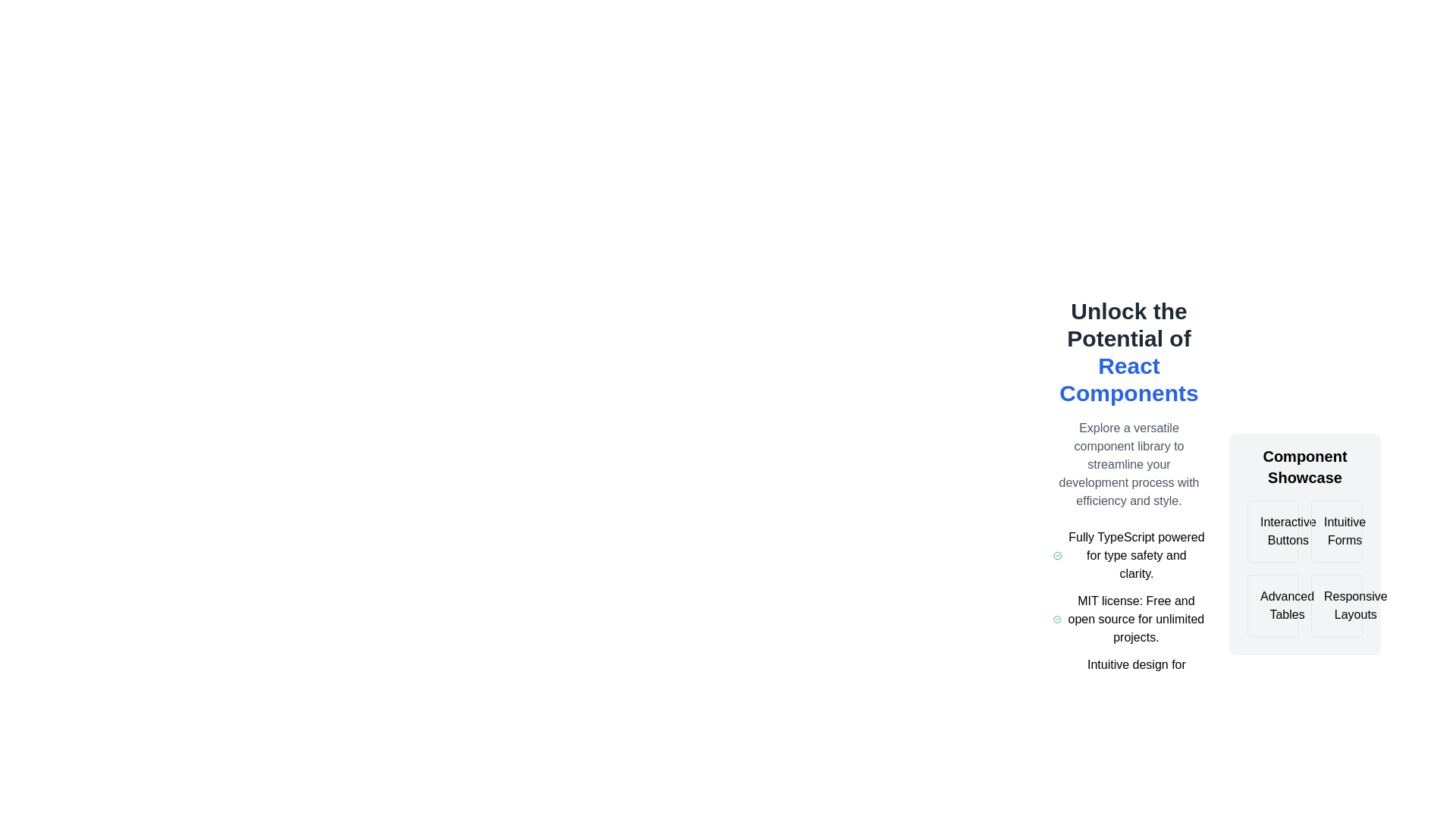 The width and height of the screenshot is (1456, 819). I want to click on descriptive text label about the licensing and accessibility of the product, which is positioned fourth in a vertical list, below the 'Fully TypeScript powered for type safety and clarity.' label and above the 'Intuitive design for' label, so click(1136, 620).